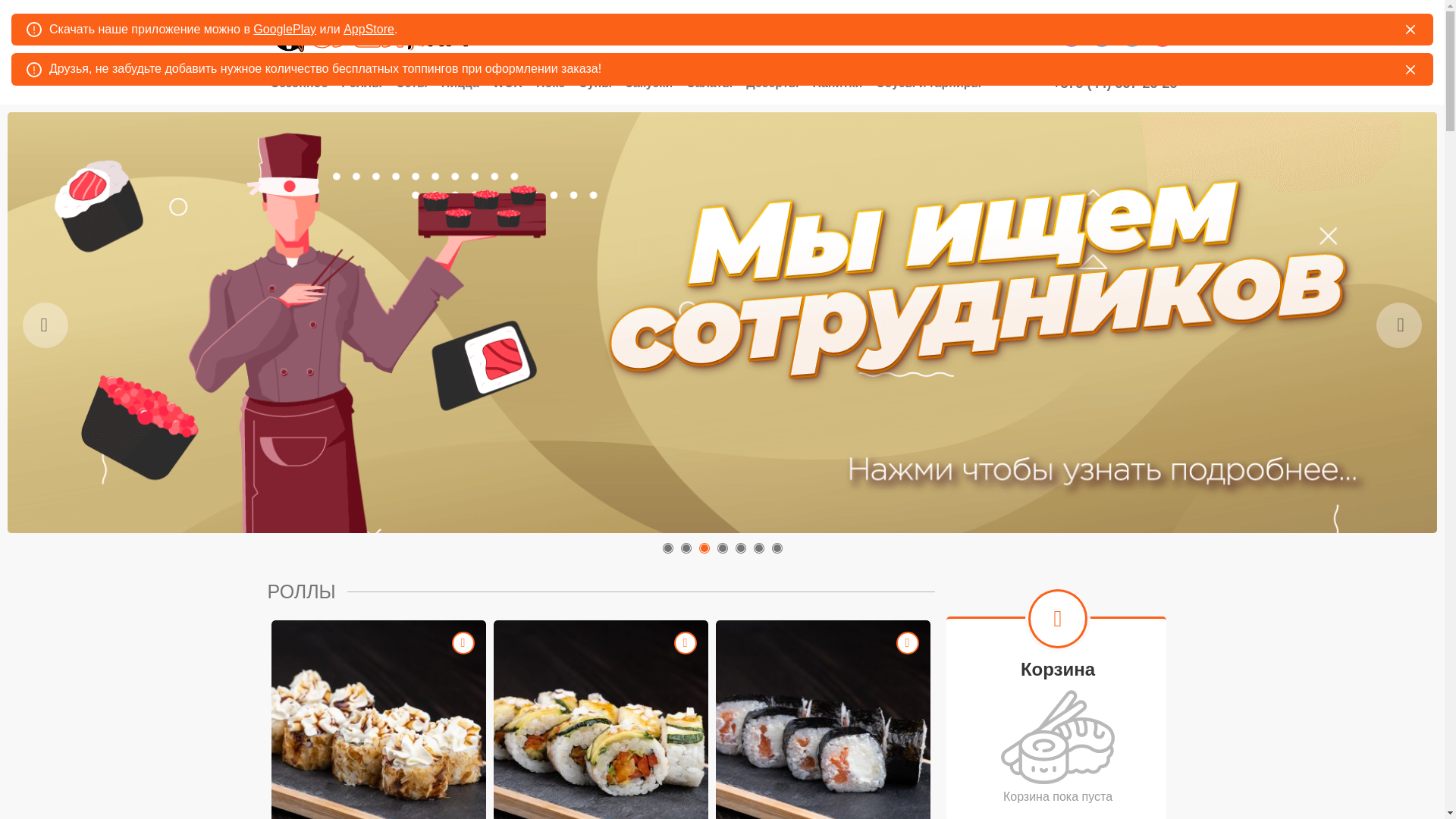 The height and width of the screenshot is (819, 1456). Describe the element at coordinates (369, 29) in the screenshot. I see `'AppStore'` at that location.